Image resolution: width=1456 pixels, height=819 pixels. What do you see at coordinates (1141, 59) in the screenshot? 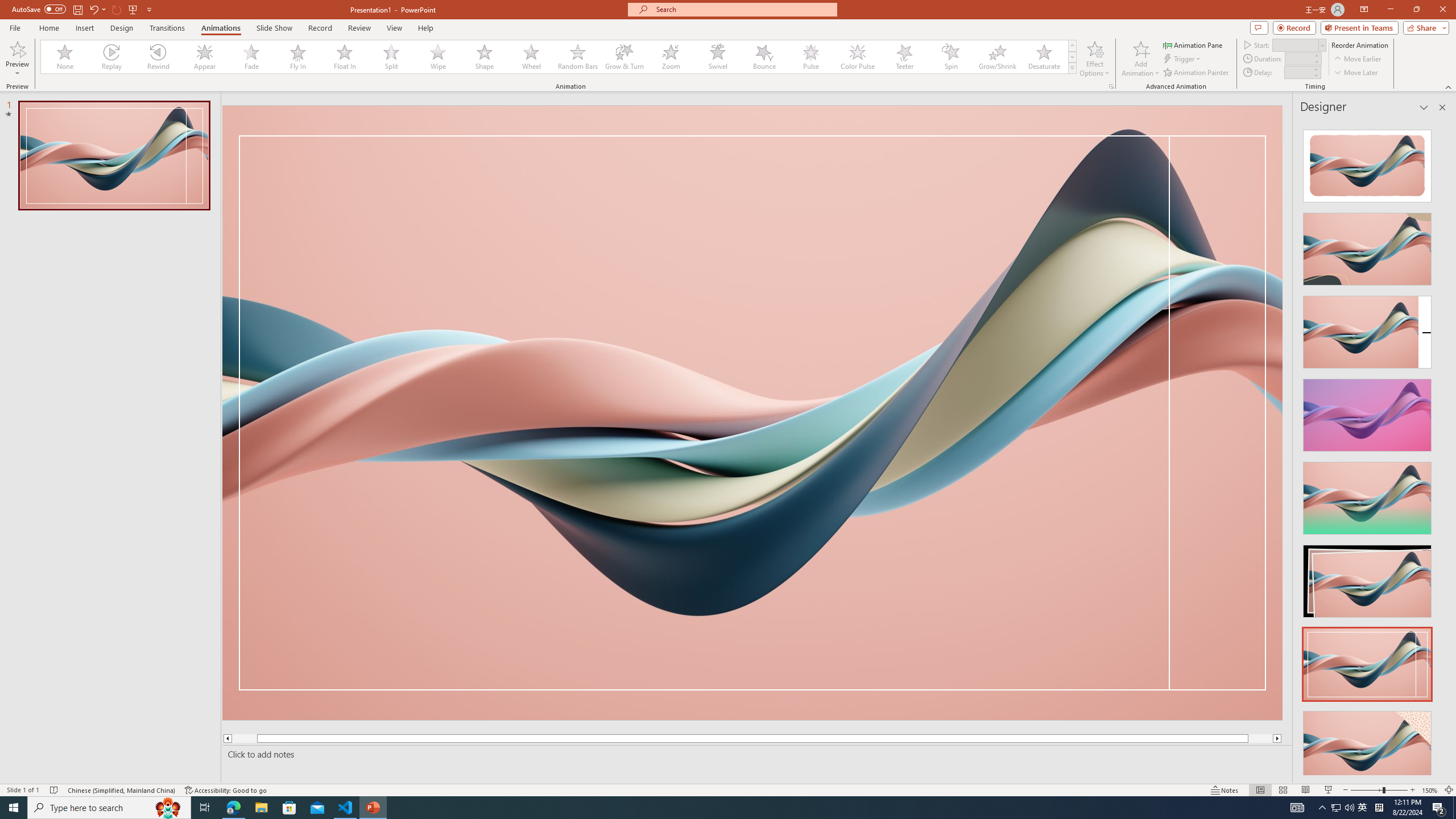
I see `'Add Animation'` at bounding box center [1141, 59].